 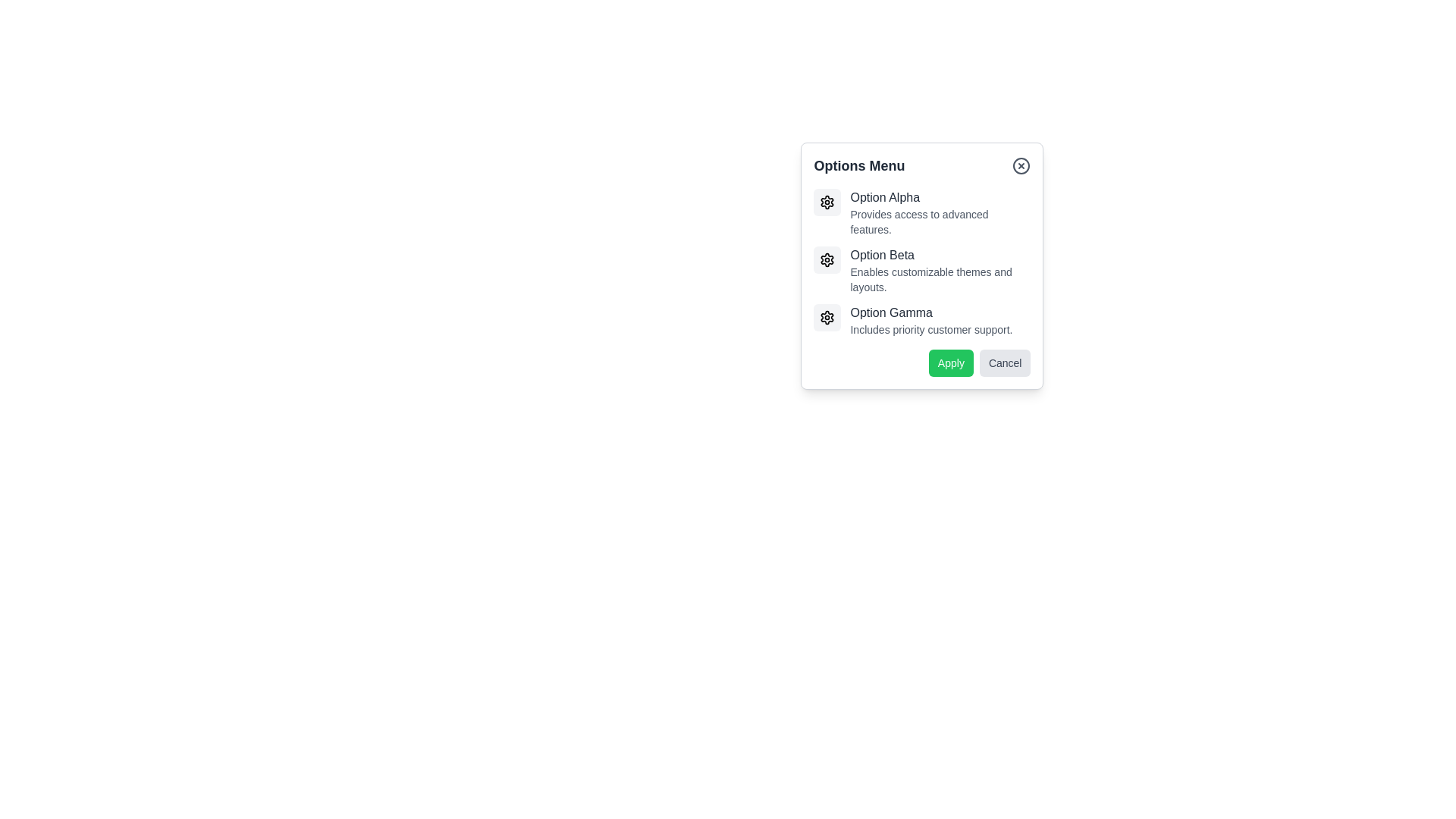 What do you see at coordinates (921, 270) in the screenshot?
I see `description of the List item labeled 'Option Beta' which includes an icon resembling a gear and descriptive text about customizable themes and layouts` at bounding box center [921, 270].